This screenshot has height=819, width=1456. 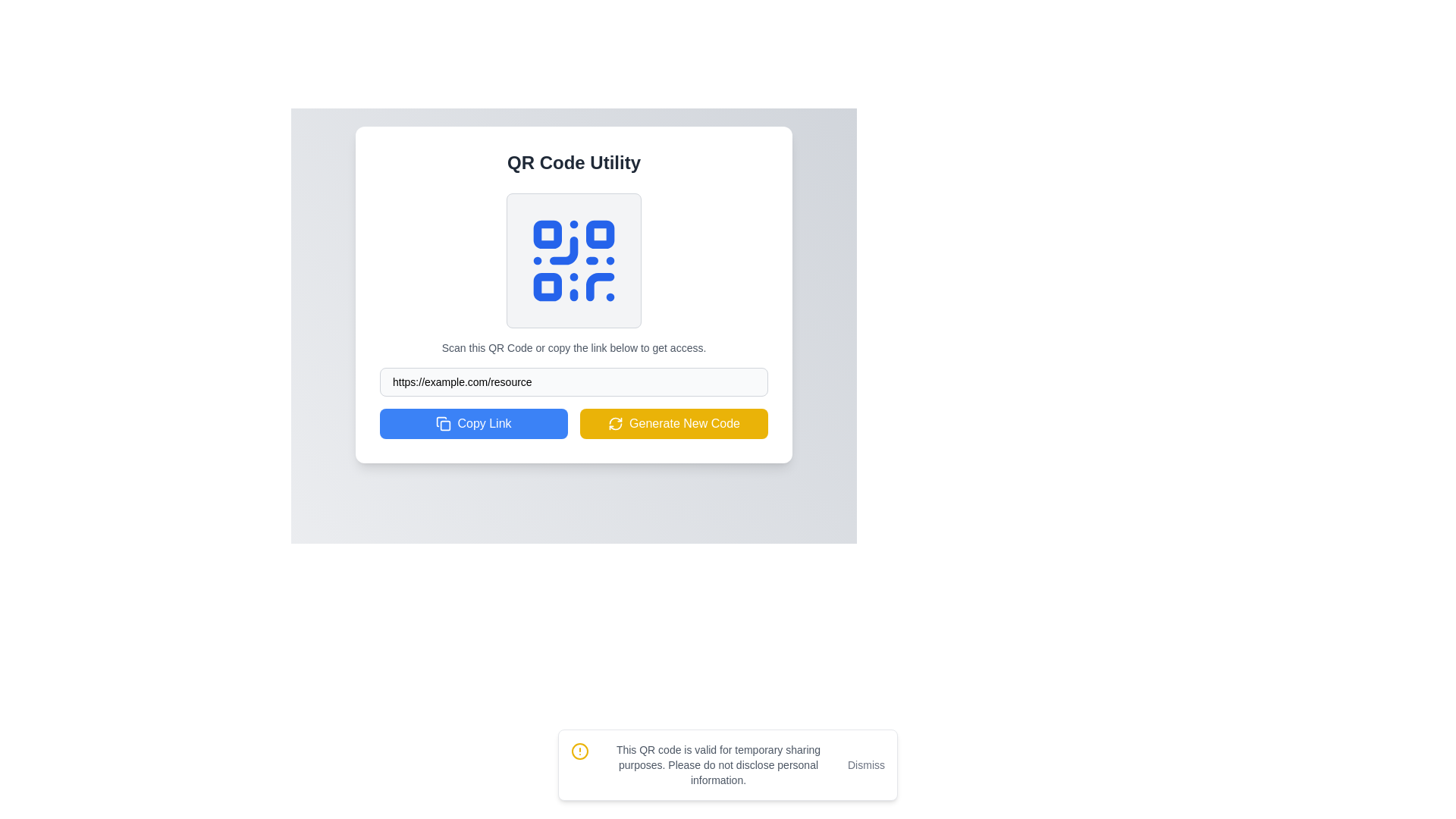 What do you see at coordinates (472, 424) in the screenshot?
I see `the rectangular button with rounded corners, blue background, and white text labeled 'Copy Link' to copy the link` at bounding box center [472, 424].